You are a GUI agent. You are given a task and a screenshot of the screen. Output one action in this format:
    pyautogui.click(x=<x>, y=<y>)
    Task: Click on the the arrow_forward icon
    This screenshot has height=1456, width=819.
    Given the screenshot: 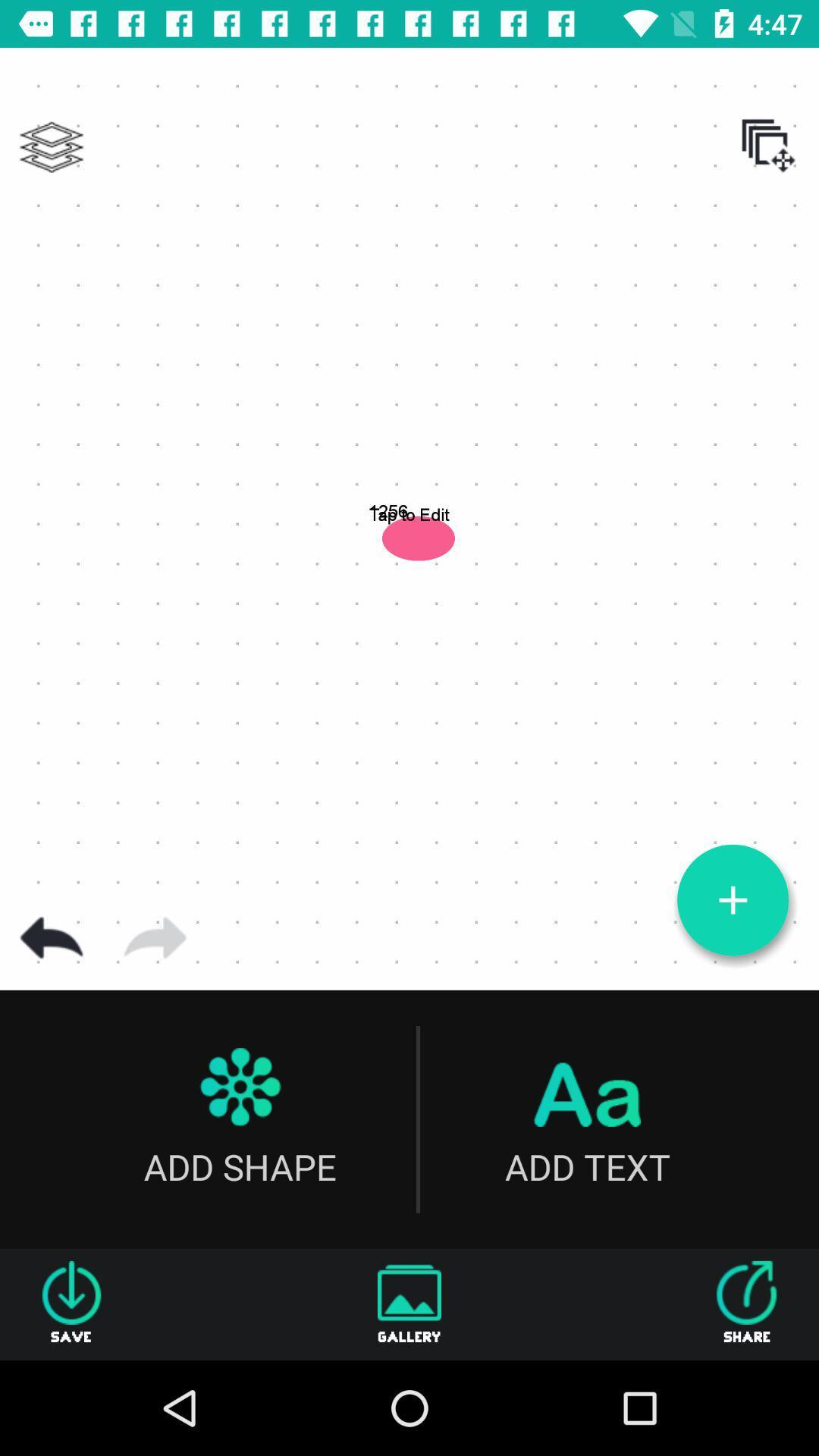 What is the action you would take?
    pyautogui.click(x=155, y=937)
    